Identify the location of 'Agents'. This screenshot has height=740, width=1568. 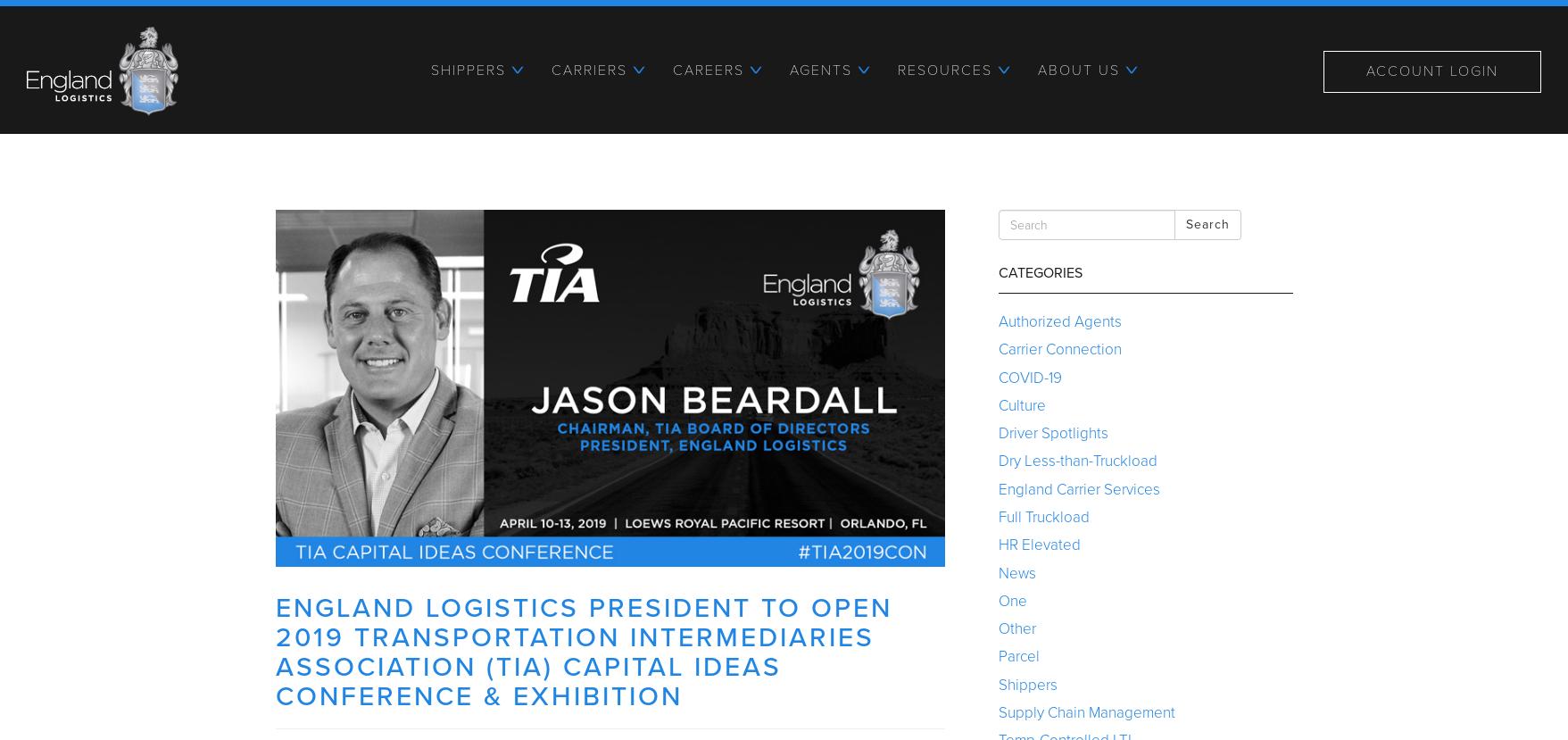
(787, 71).